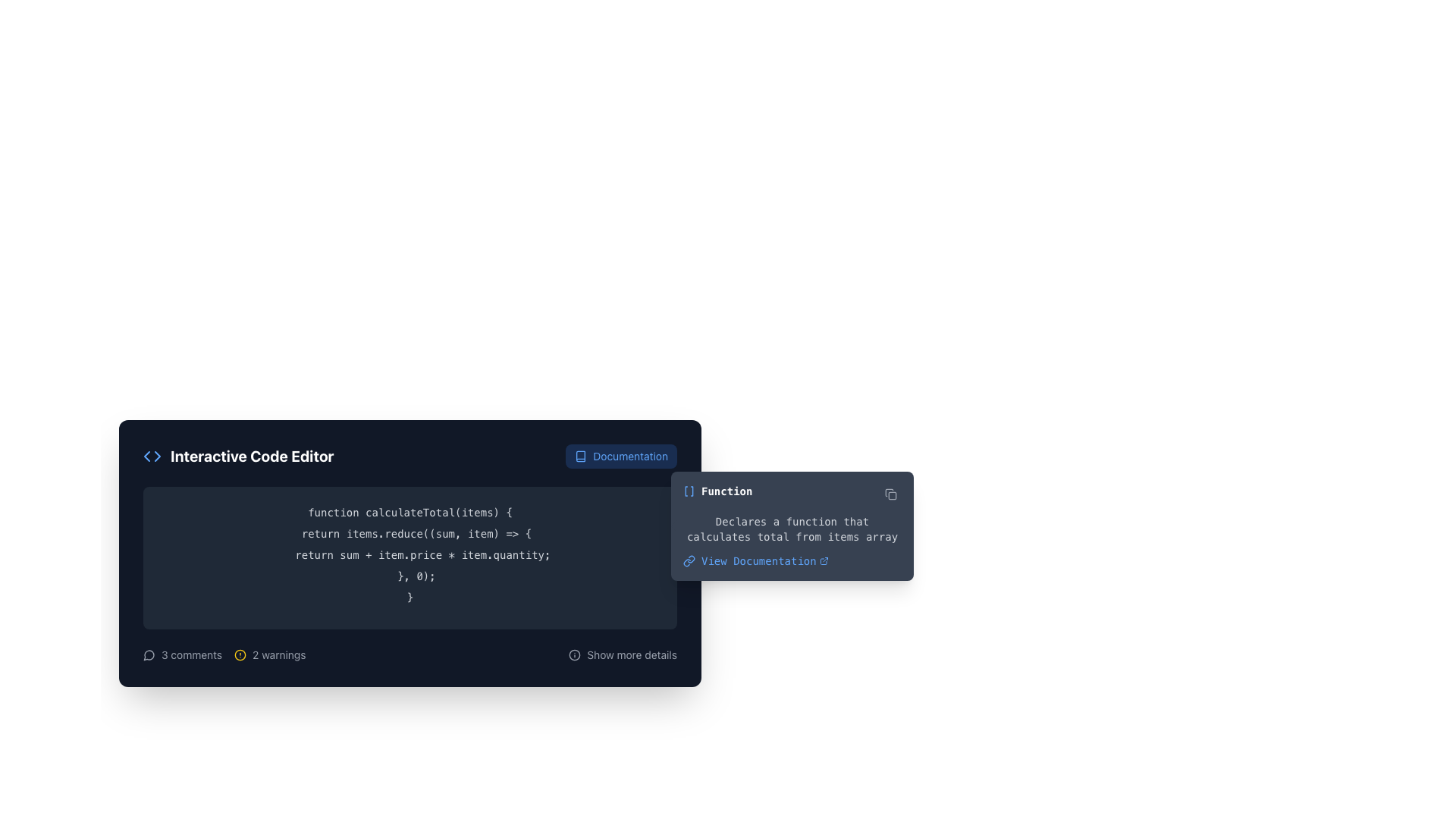  Describe the element at coordinates (410, 553) in the screenshot. I see `the central code editor panel displaying syntax-highlighted JavaScript code by reading the code` at that location.